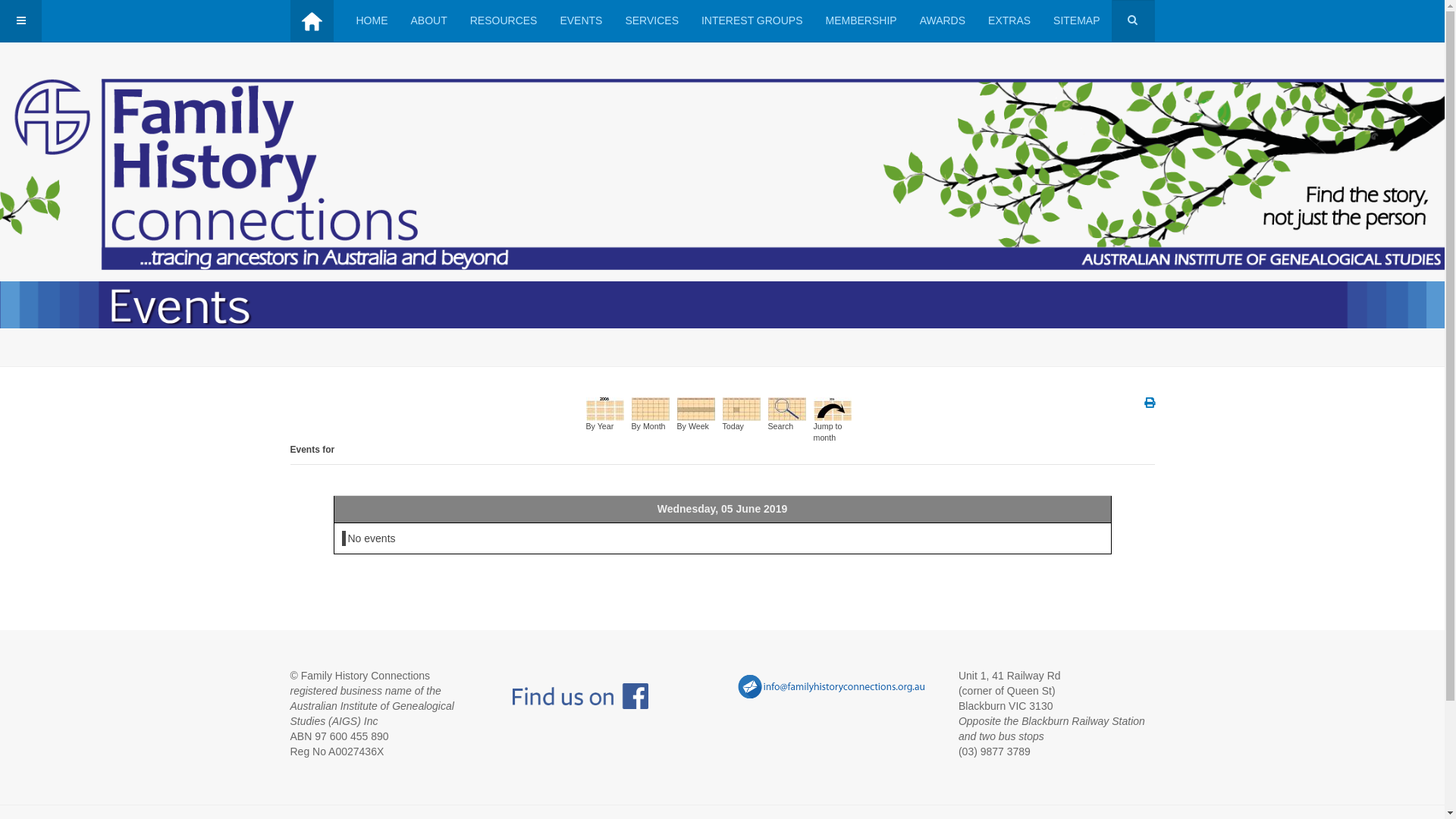 Image resolution: width=1456 pixels, height=819 pixels. I want to click on 'By Week', so click(694, 406).